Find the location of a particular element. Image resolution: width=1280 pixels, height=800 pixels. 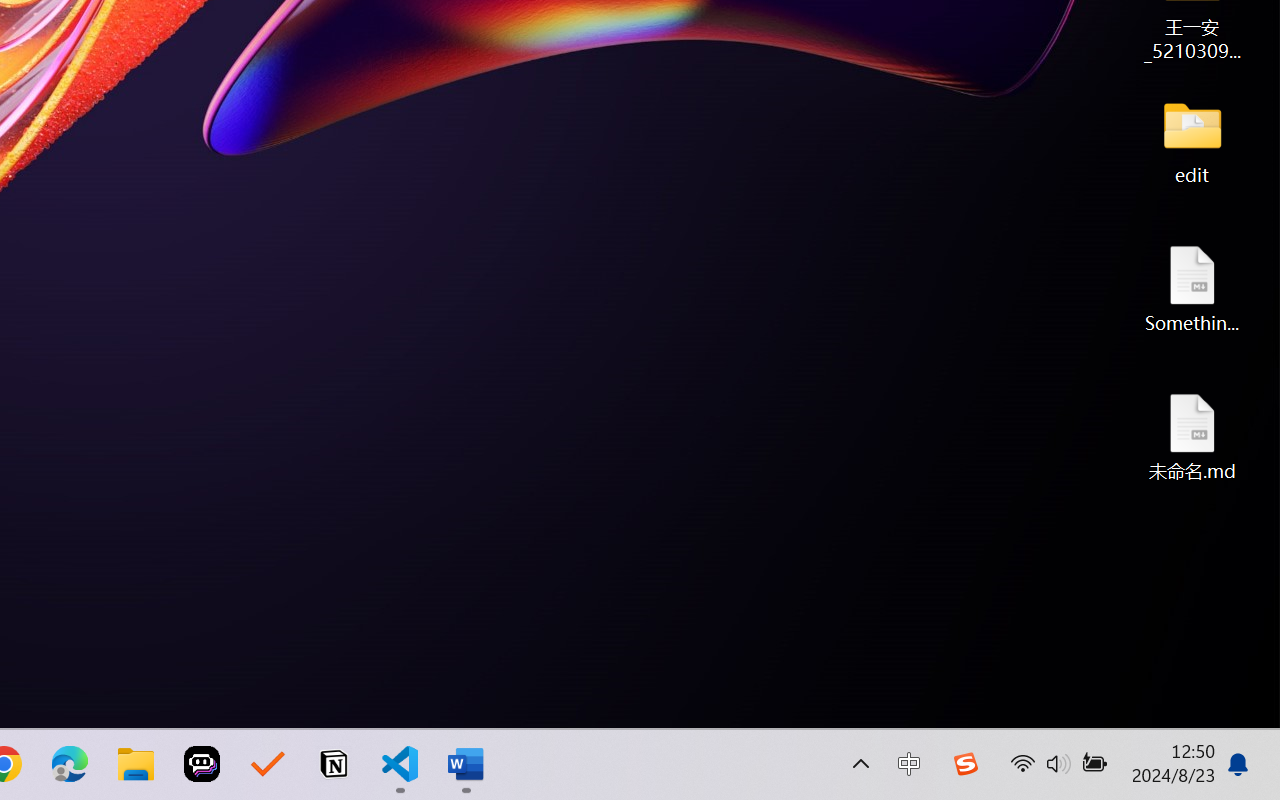

'Something.md' is located at coordinates (1192, 288).